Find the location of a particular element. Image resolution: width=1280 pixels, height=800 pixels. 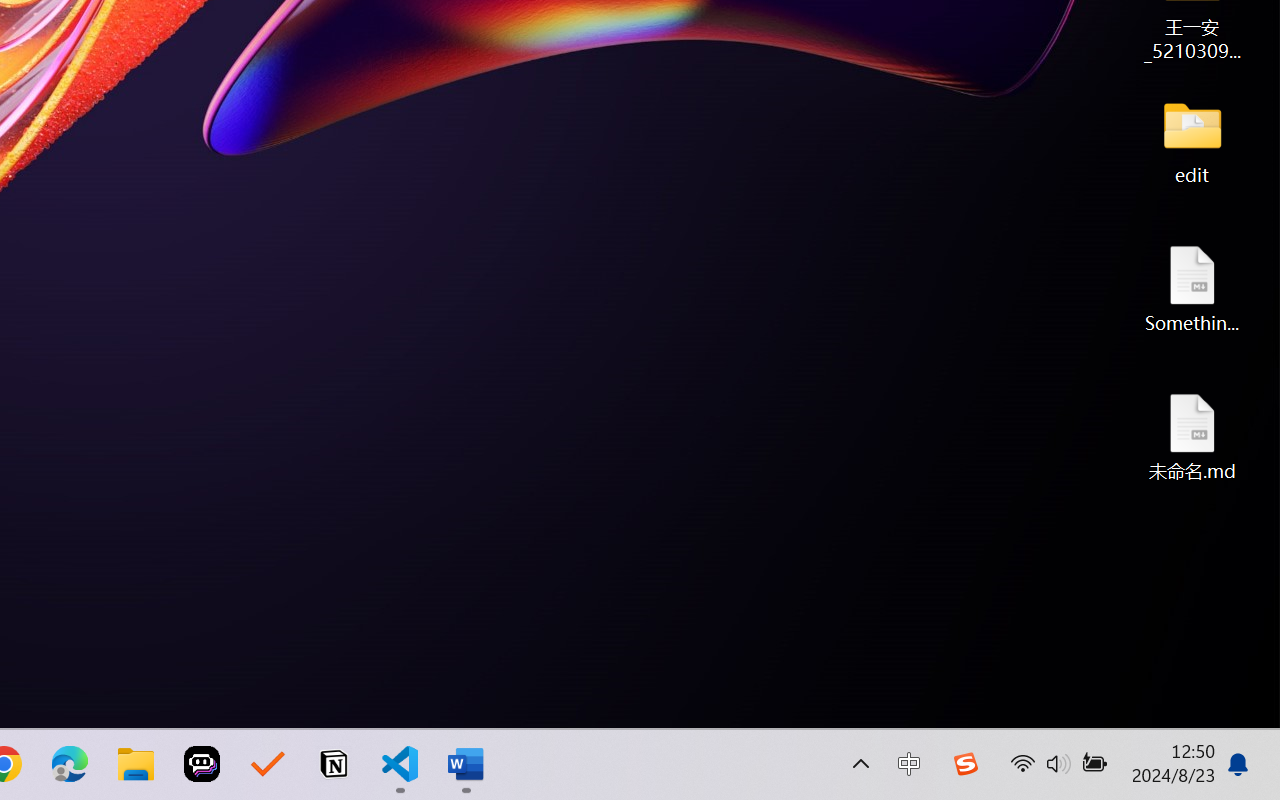

'Something.md' is located at coordinates (1192, 288).